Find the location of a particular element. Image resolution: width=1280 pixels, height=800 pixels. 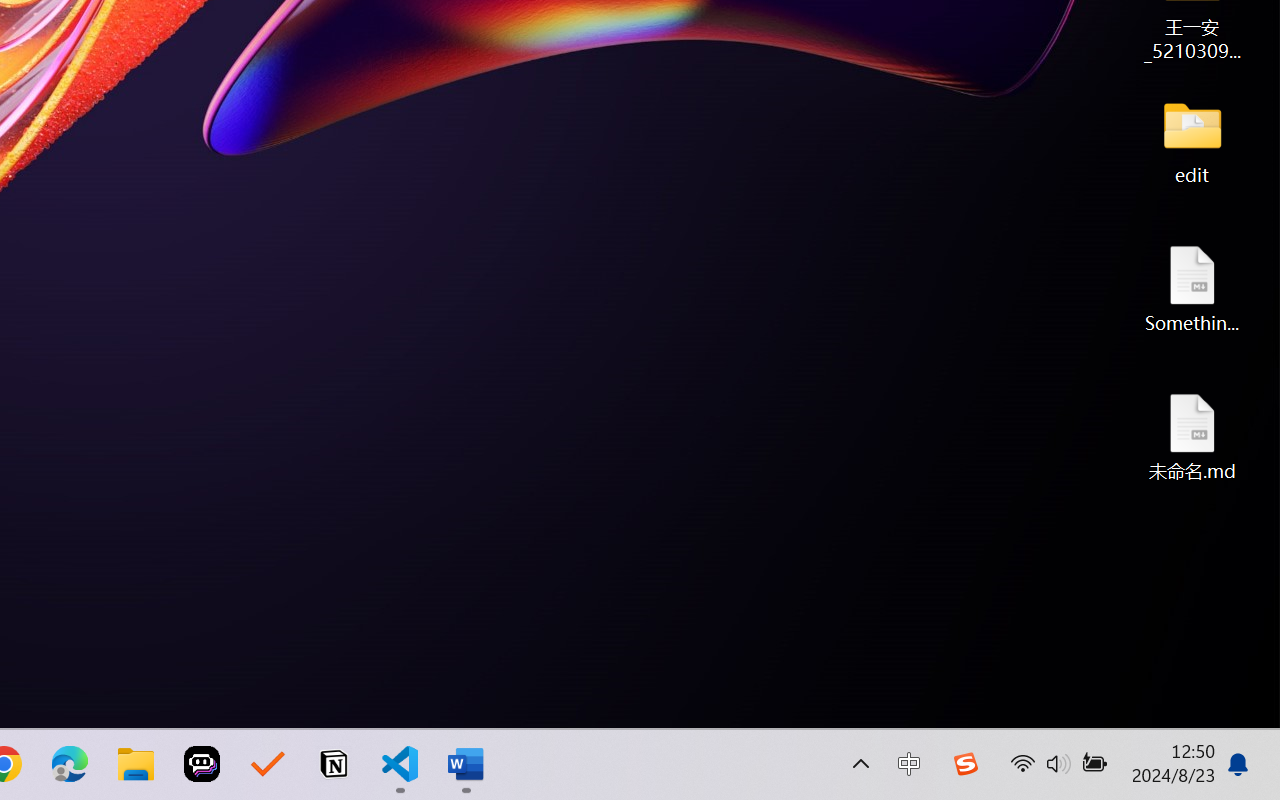

'Something.md' is located at coordinates (1192, 288).